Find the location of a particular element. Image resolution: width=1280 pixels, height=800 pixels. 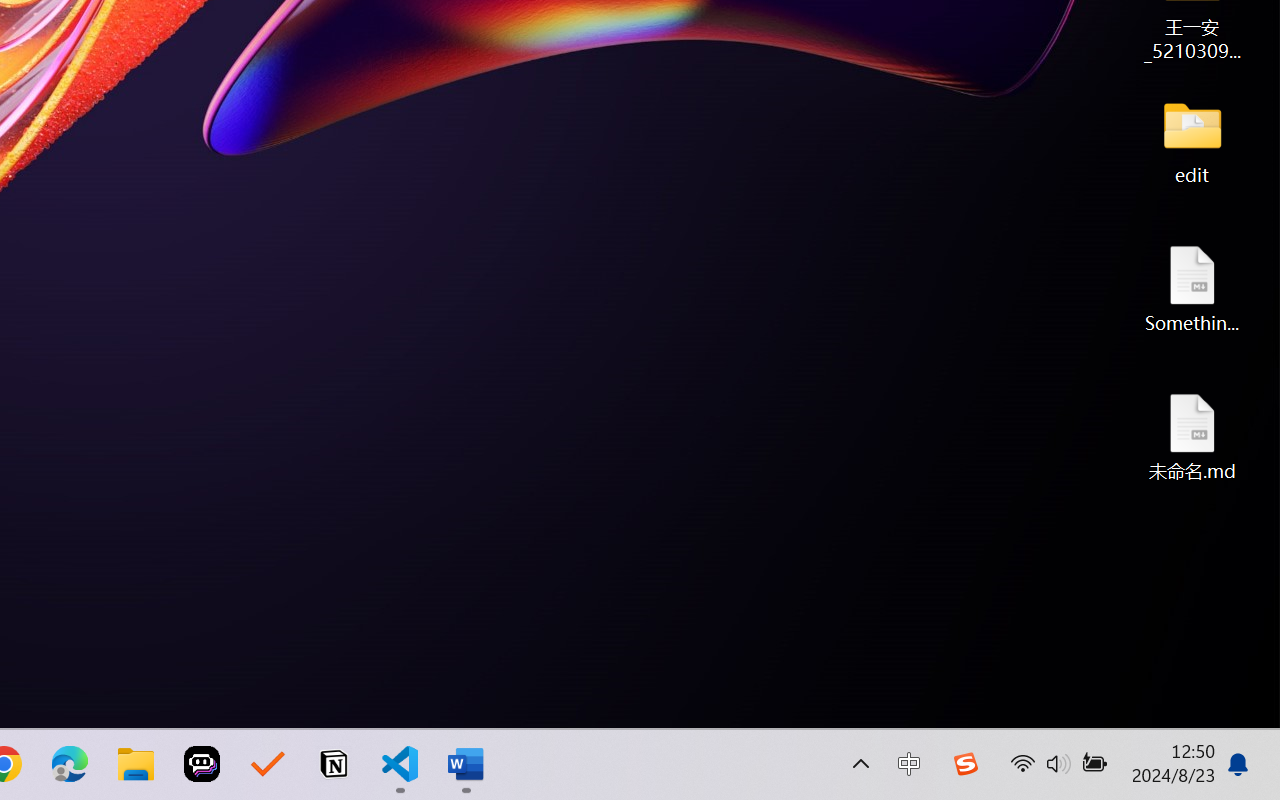

'Something.md' is located at coordinates (1192, 288).